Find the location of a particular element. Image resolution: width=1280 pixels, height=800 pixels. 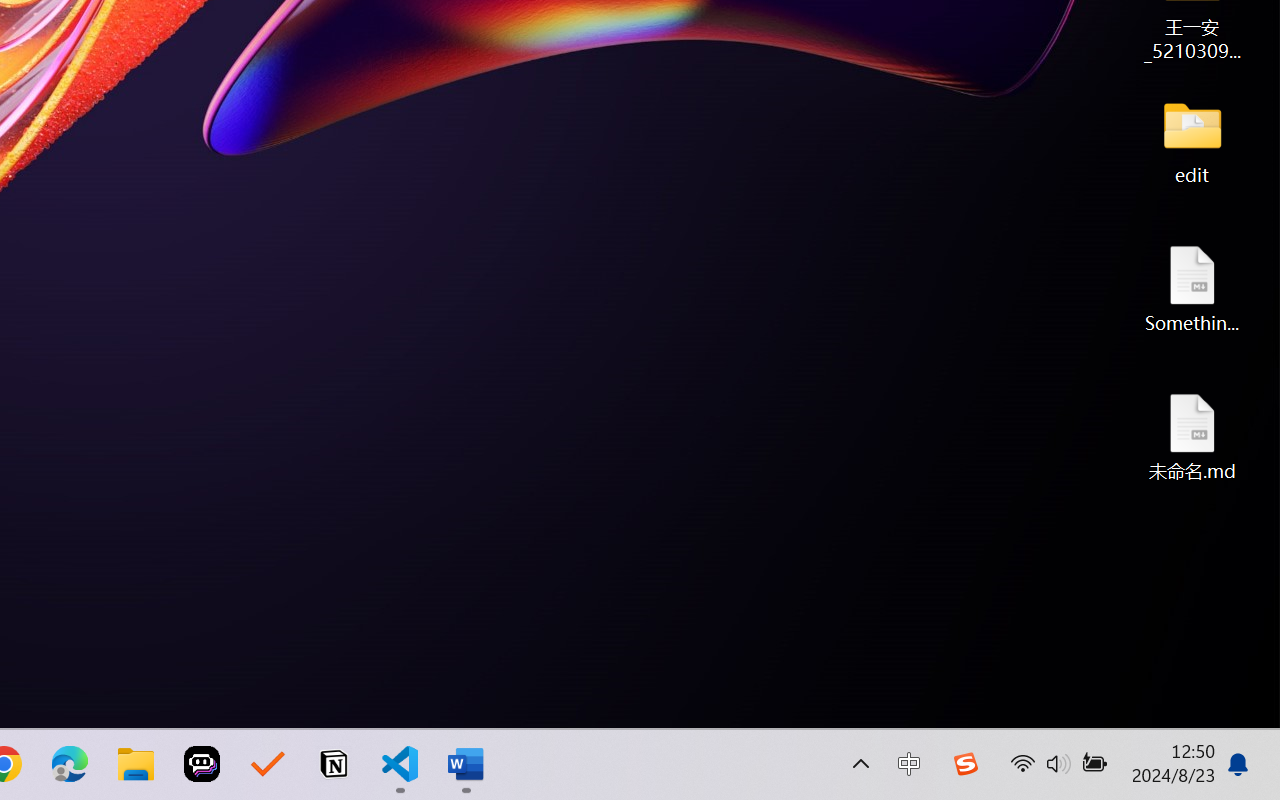

'Something.md' is located at coordinates (1192, 288).